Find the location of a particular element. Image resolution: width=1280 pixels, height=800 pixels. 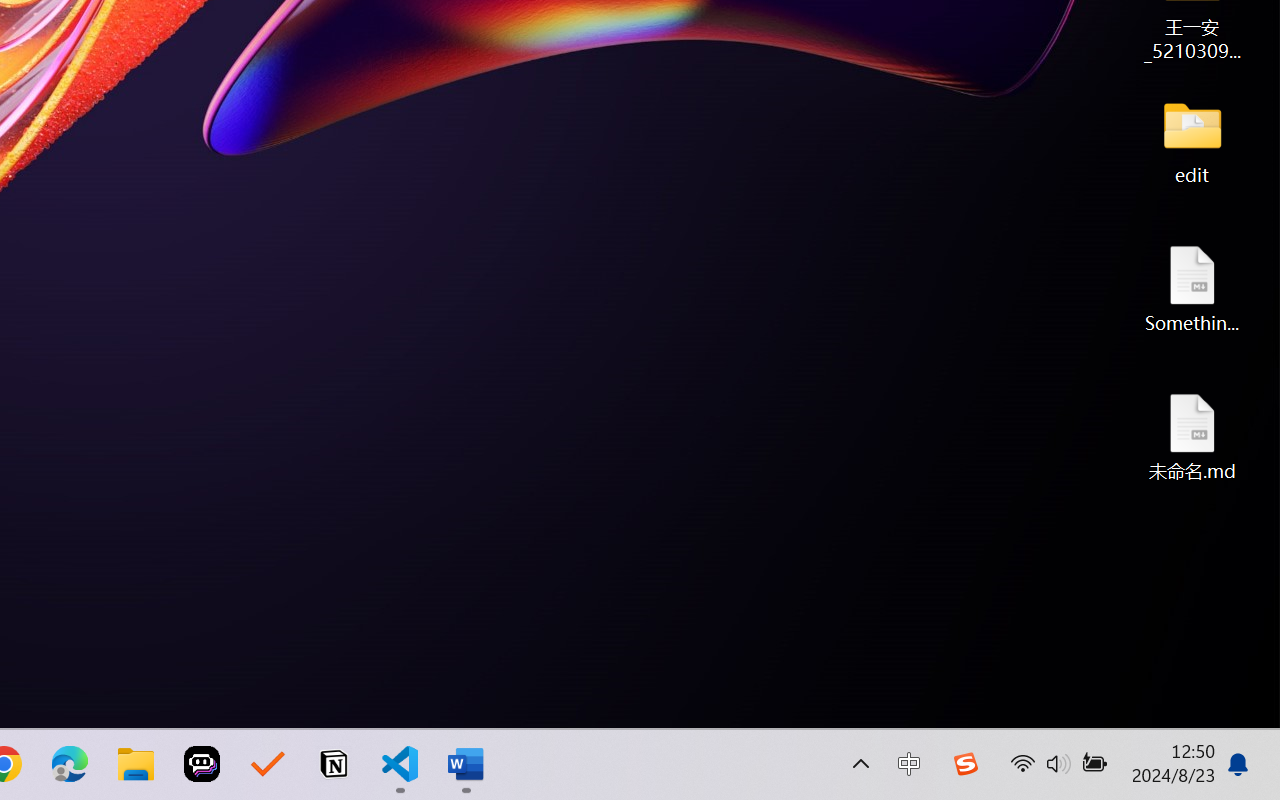

'Something.md' is located at coordinates (1192, 288).